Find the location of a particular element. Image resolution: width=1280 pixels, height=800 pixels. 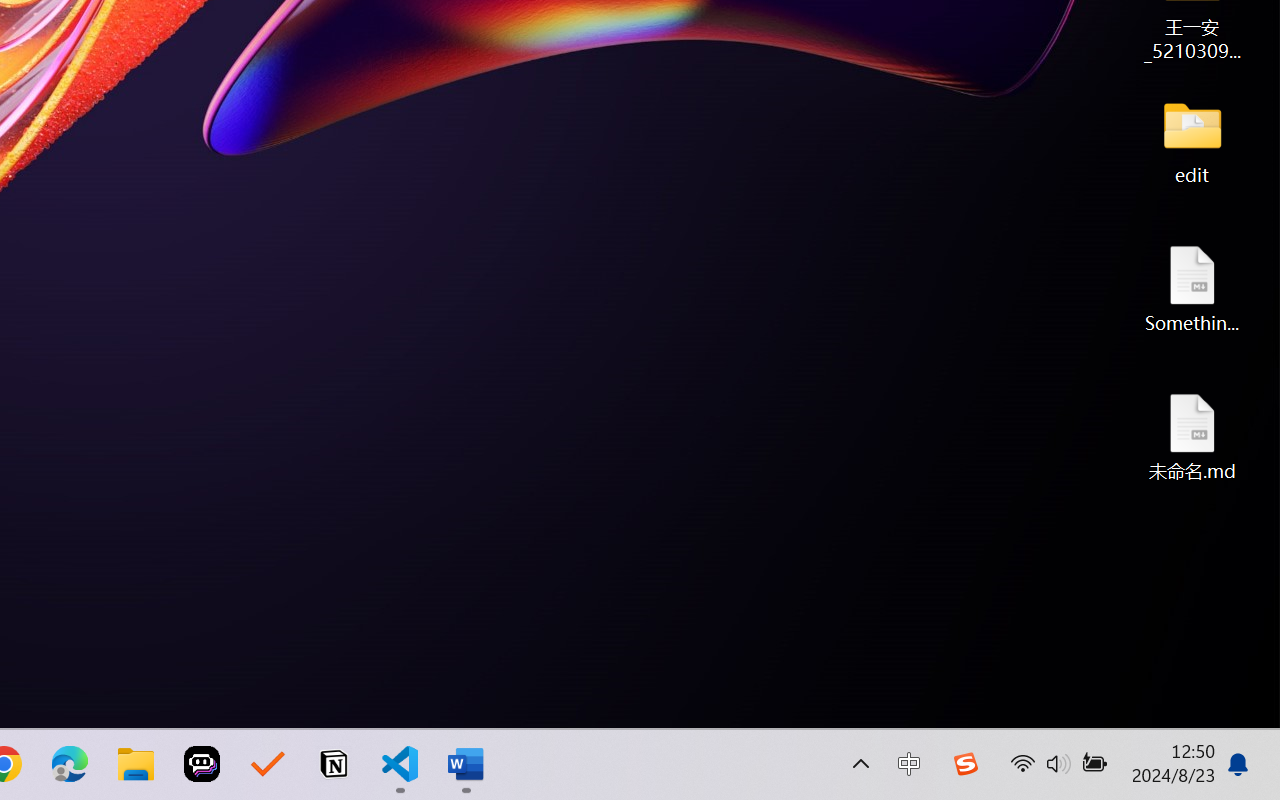

'Something.md' is located at coordinates (1192, 288).